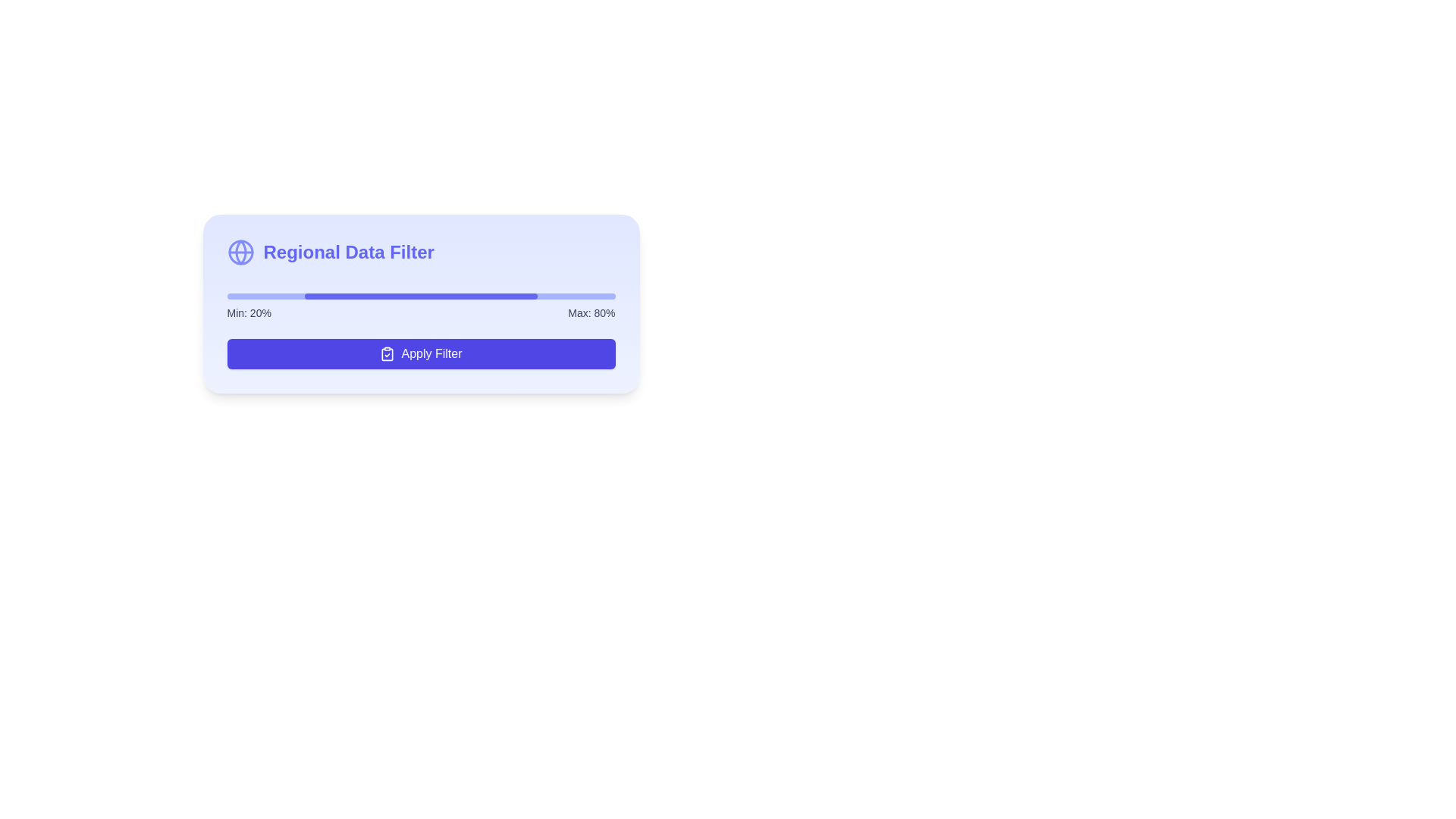 This screenshot has height=819, width=1456. Describe the element at coordinates (510, 296) in the screenshot. I see `the filter value` at that location.